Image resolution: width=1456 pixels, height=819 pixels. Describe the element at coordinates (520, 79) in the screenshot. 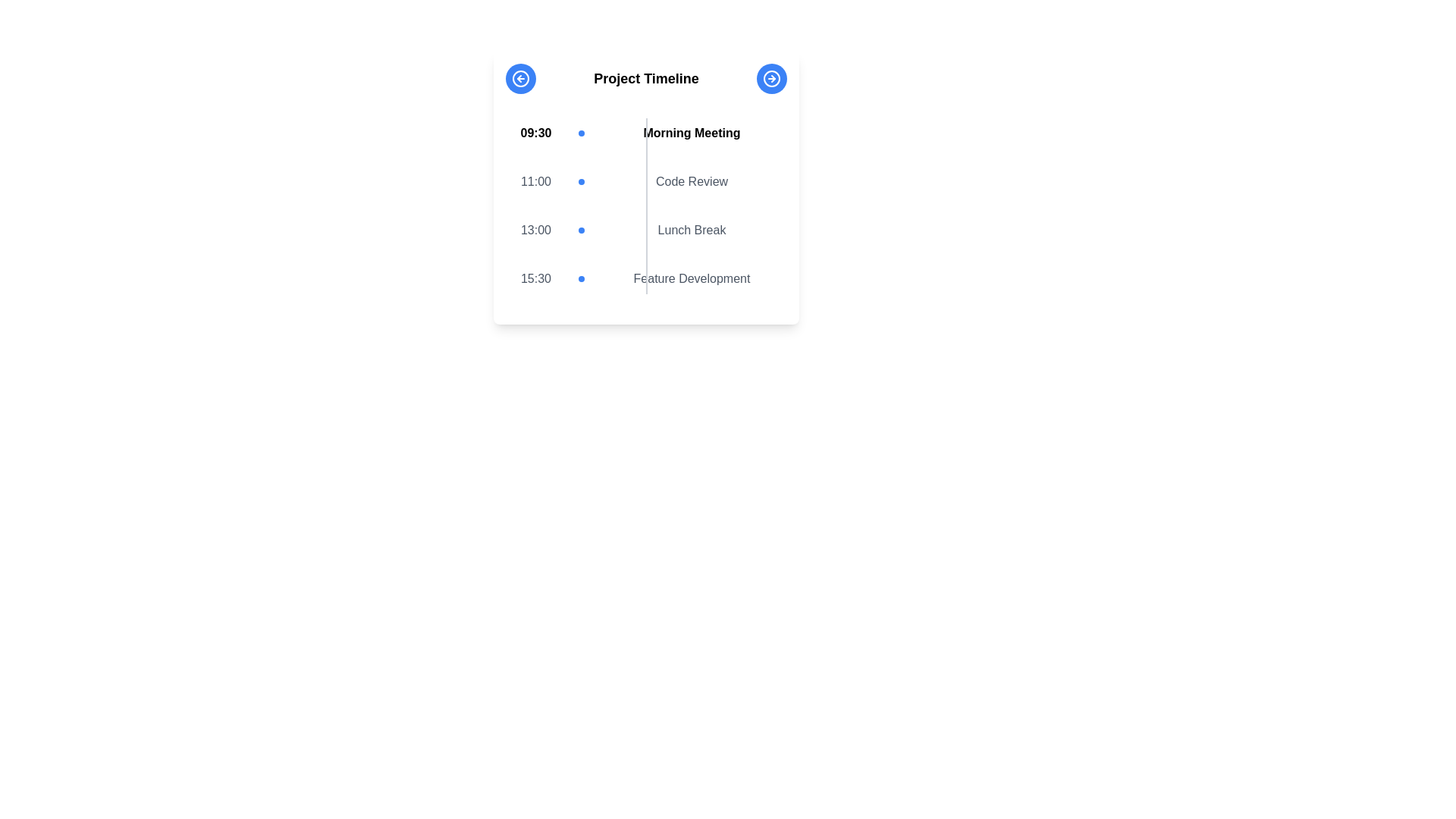

I see `the button with a leftward arrow inside a circular outline, styled with a blue background and white arrow, located in the top-left region of the 'Project Timeline' card` at that location.